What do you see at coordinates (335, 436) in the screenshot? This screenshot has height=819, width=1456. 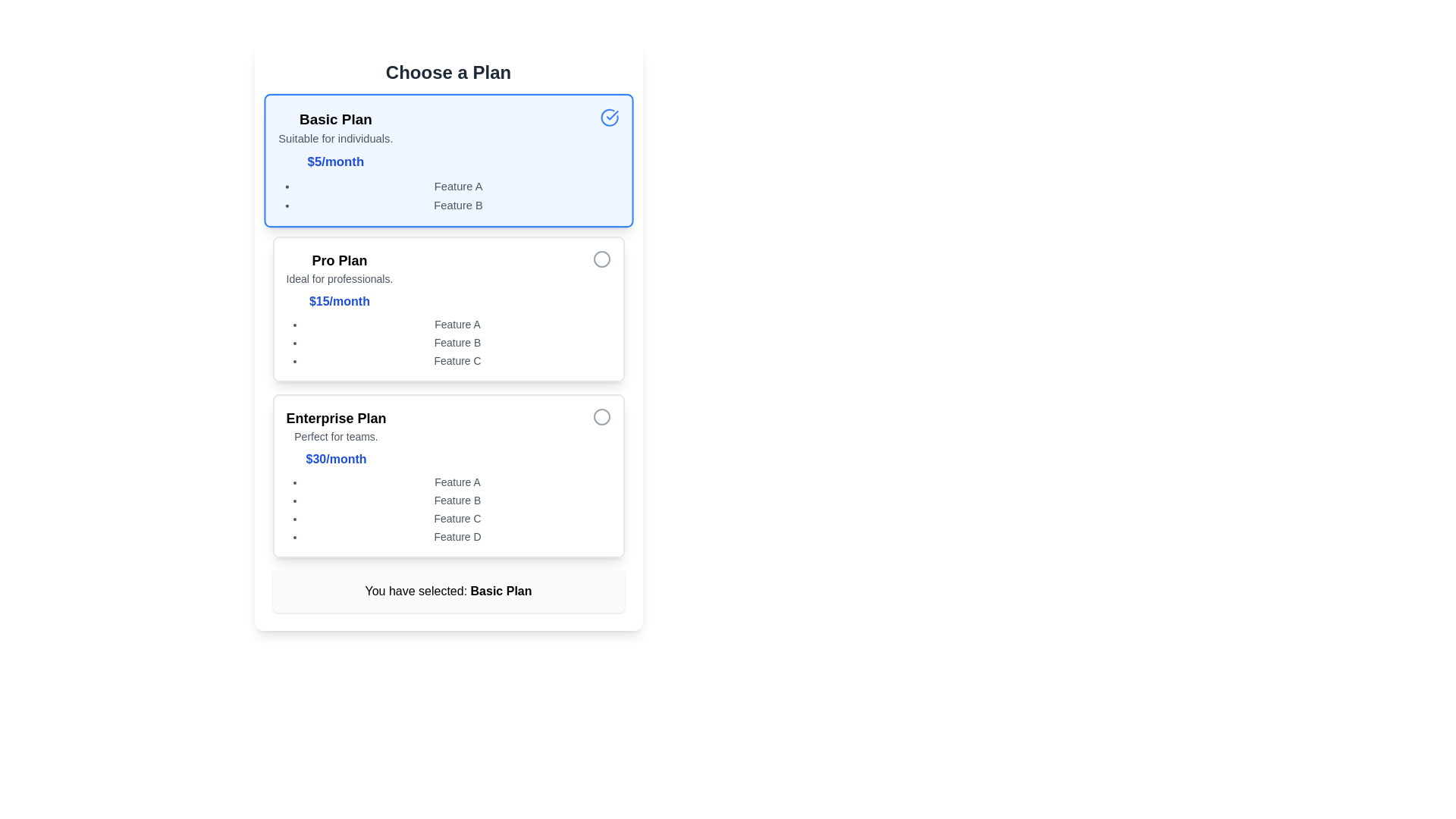 I see `text that provides a concise description of the 'Enterprise Plan', which is positioned below the title 'Enterprise Plan' and above the price text ('$30/month') within the 'Enterprise Plan' card` at bounding box center [335, 436].